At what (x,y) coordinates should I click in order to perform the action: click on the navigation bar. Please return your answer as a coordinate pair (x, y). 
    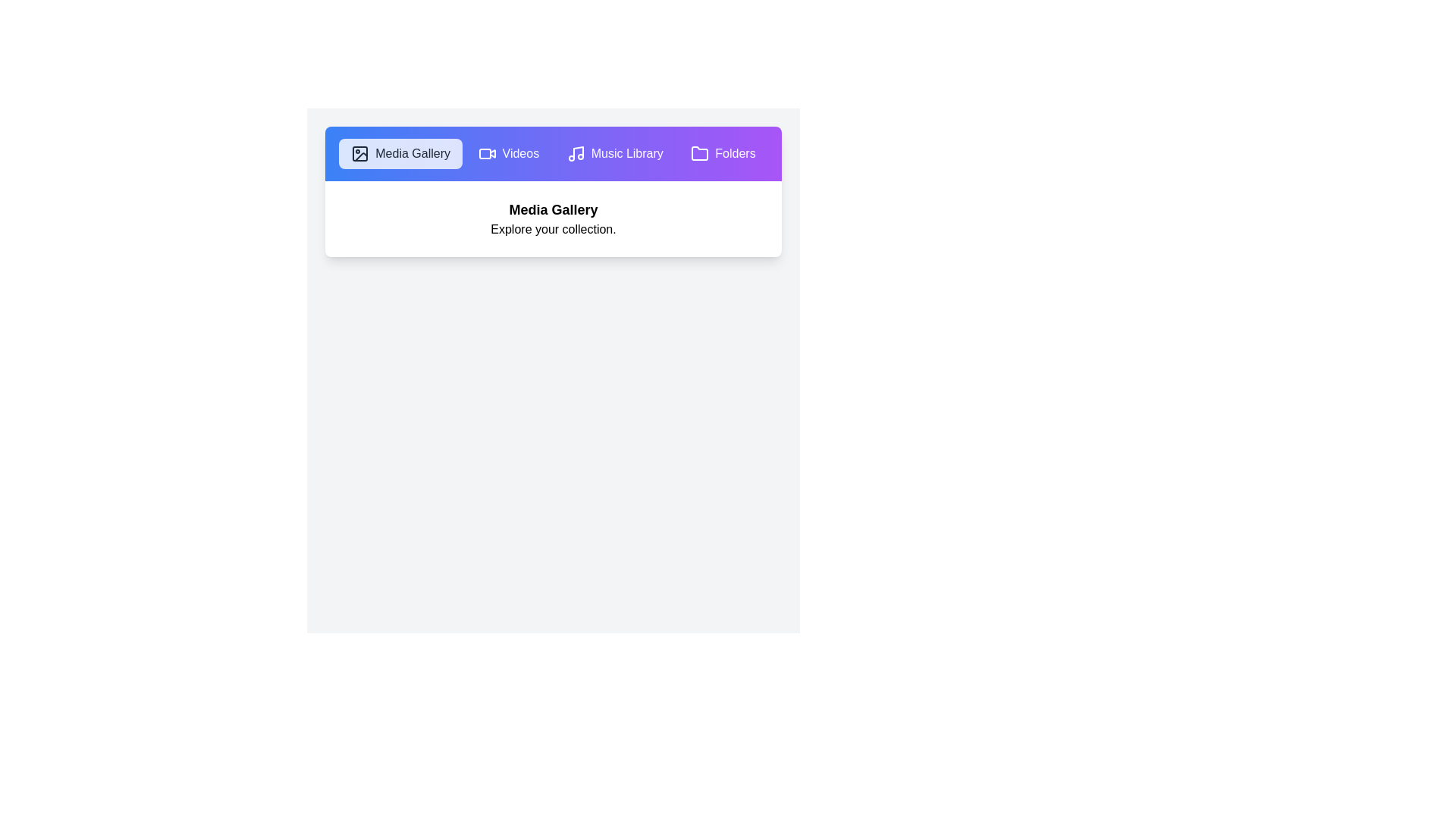
    Looking at the image, I should click on (552, 154).